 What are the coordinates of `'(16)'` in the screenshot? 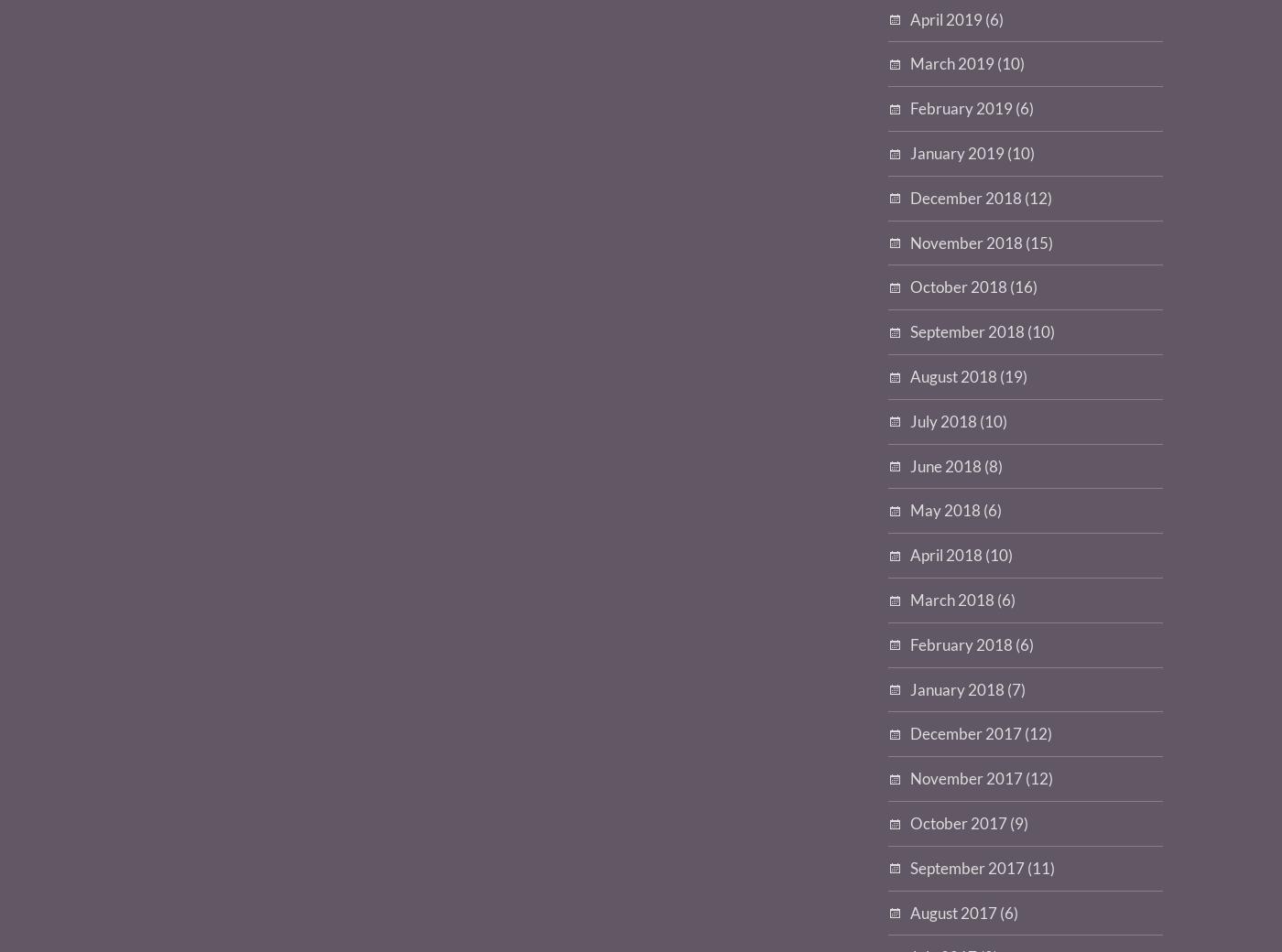 It's located at (1022, 286).